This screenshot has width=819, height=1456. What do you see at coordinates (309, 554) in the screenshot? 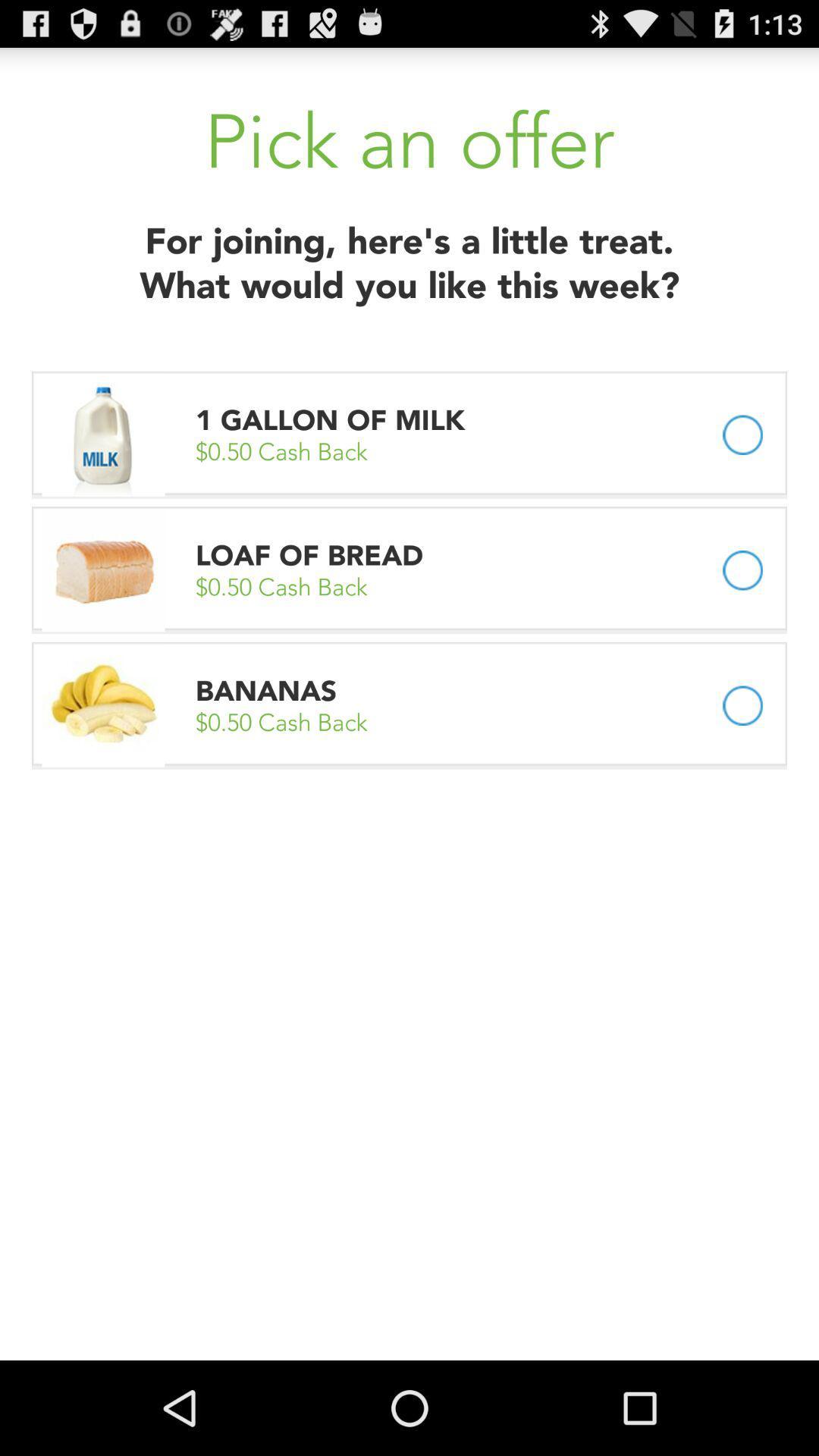
I see `the loaf of bread icon` at bounding box center [309, 554].